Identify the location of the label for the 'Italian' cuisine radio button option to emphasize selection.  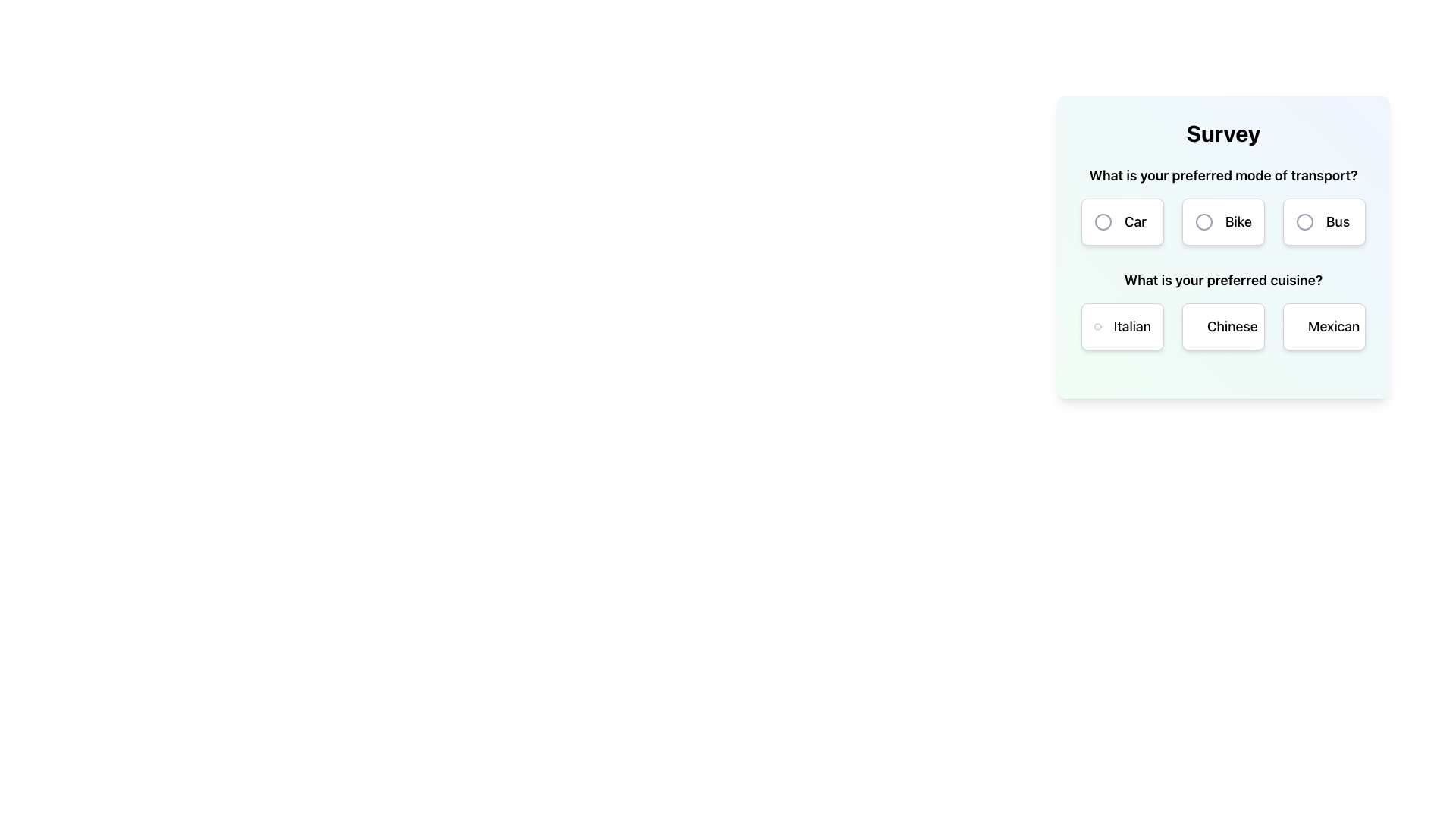
(1132, 326).